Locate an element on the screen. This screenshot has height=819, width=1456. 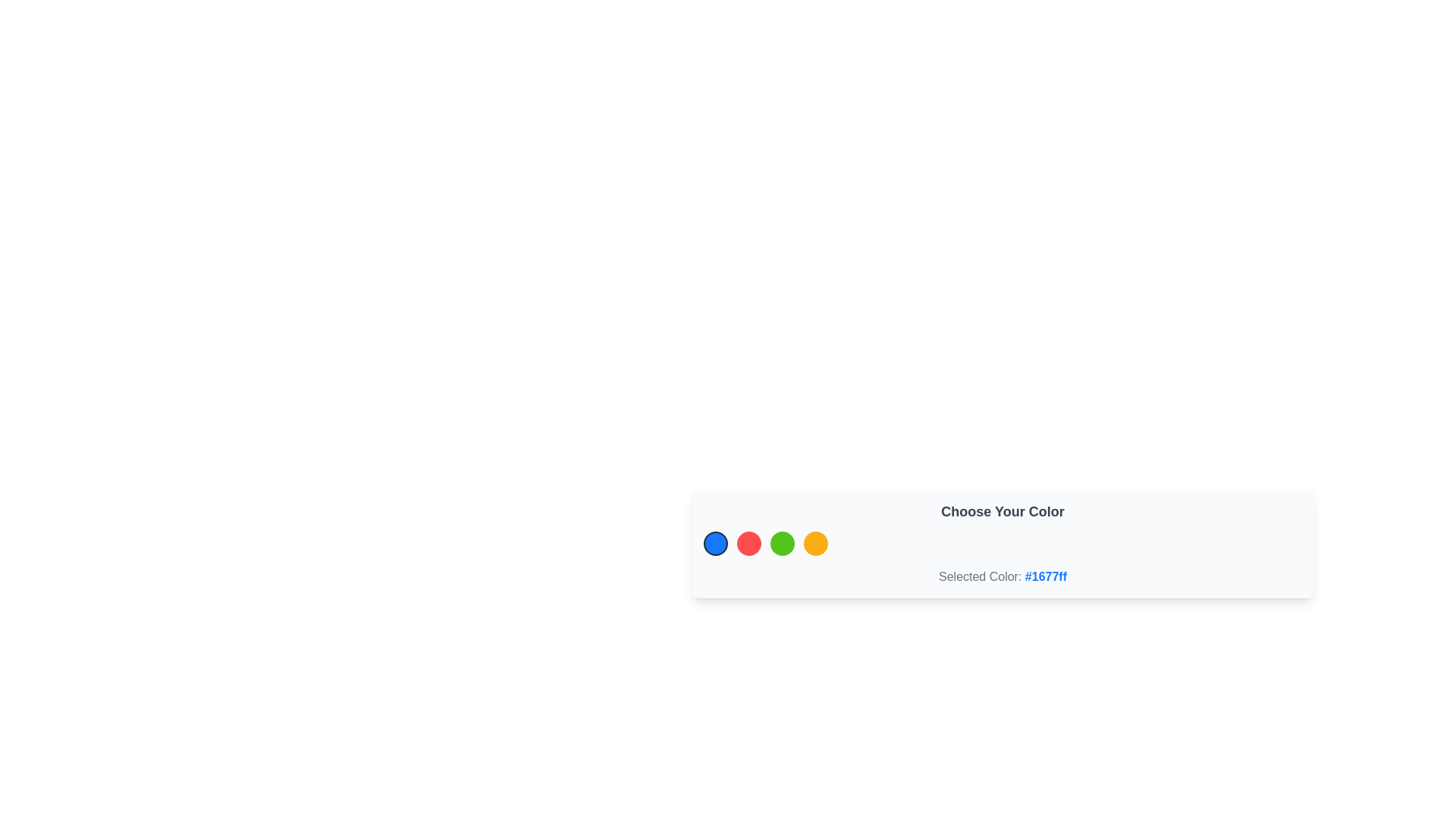
the second color selection button to choose the red color, which may reflect in the 'Selected Color' text or trigger other functionalities in the interface is located at coordinates (749, 543).